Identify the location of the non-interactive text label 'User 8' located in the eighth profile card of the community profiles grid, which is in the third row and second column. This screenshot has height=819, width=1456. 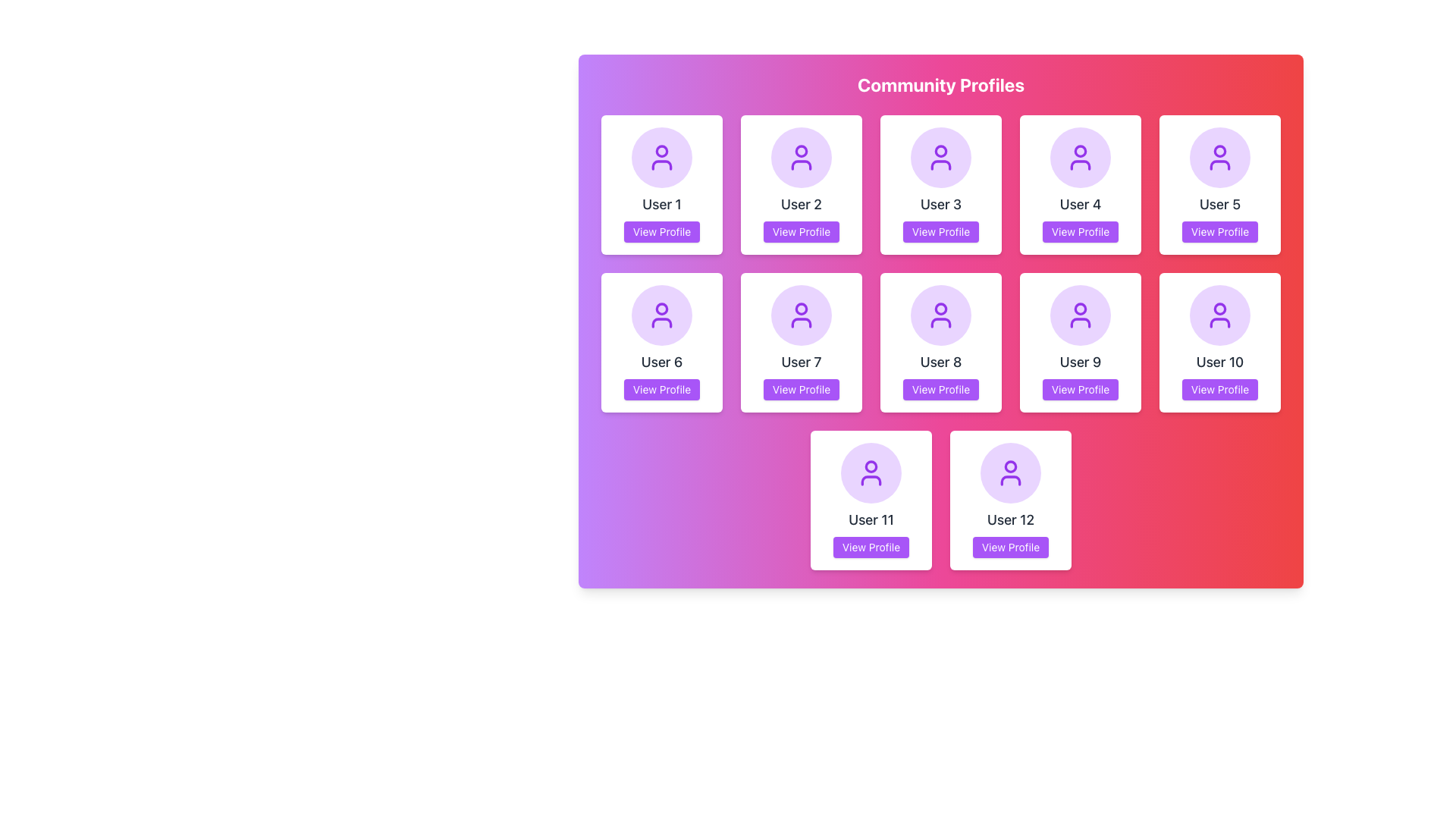
(940, 362).